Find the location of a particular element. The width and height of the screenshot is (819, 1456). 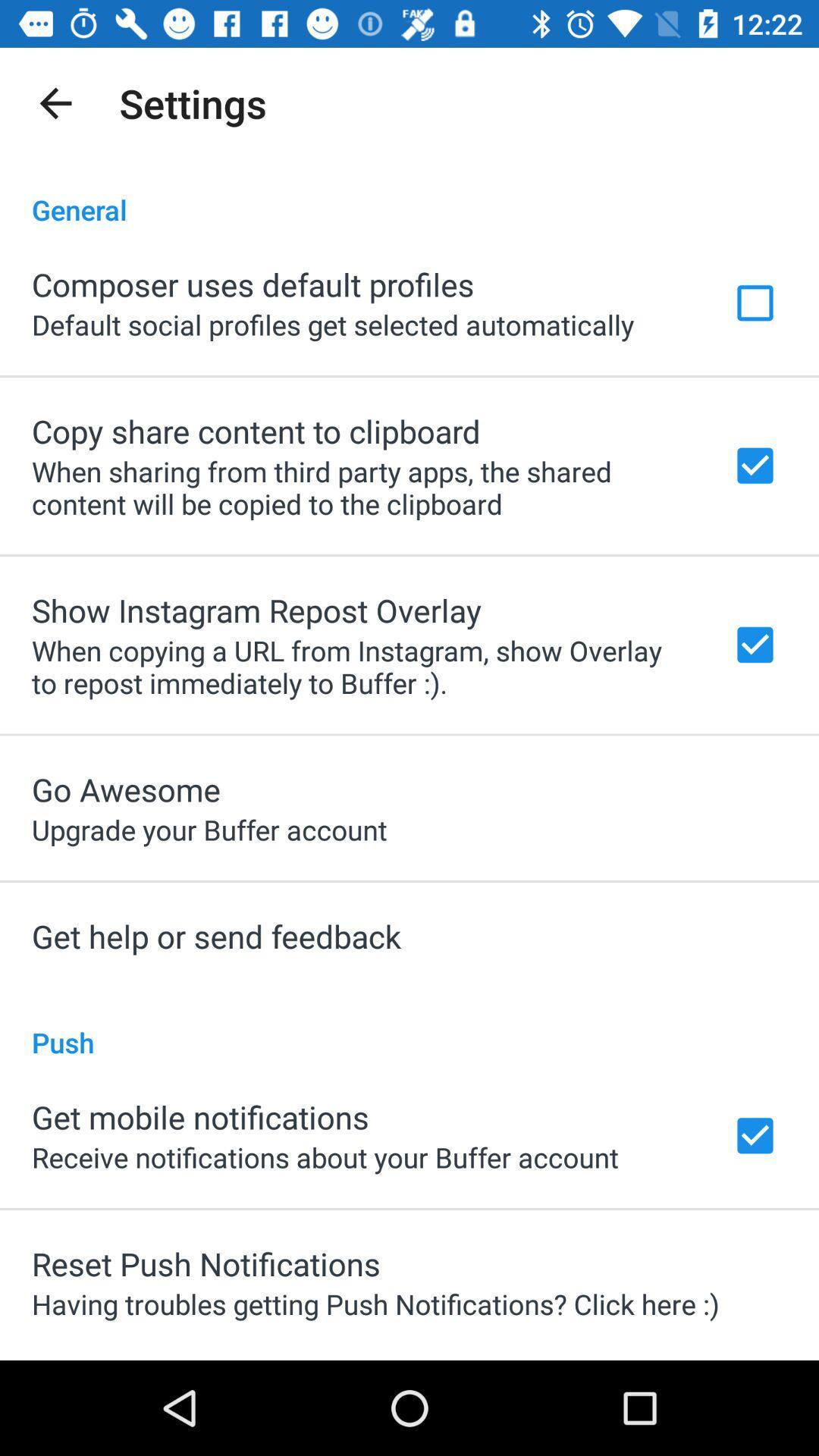

when copying a icon is located at coordinates (362, 667).